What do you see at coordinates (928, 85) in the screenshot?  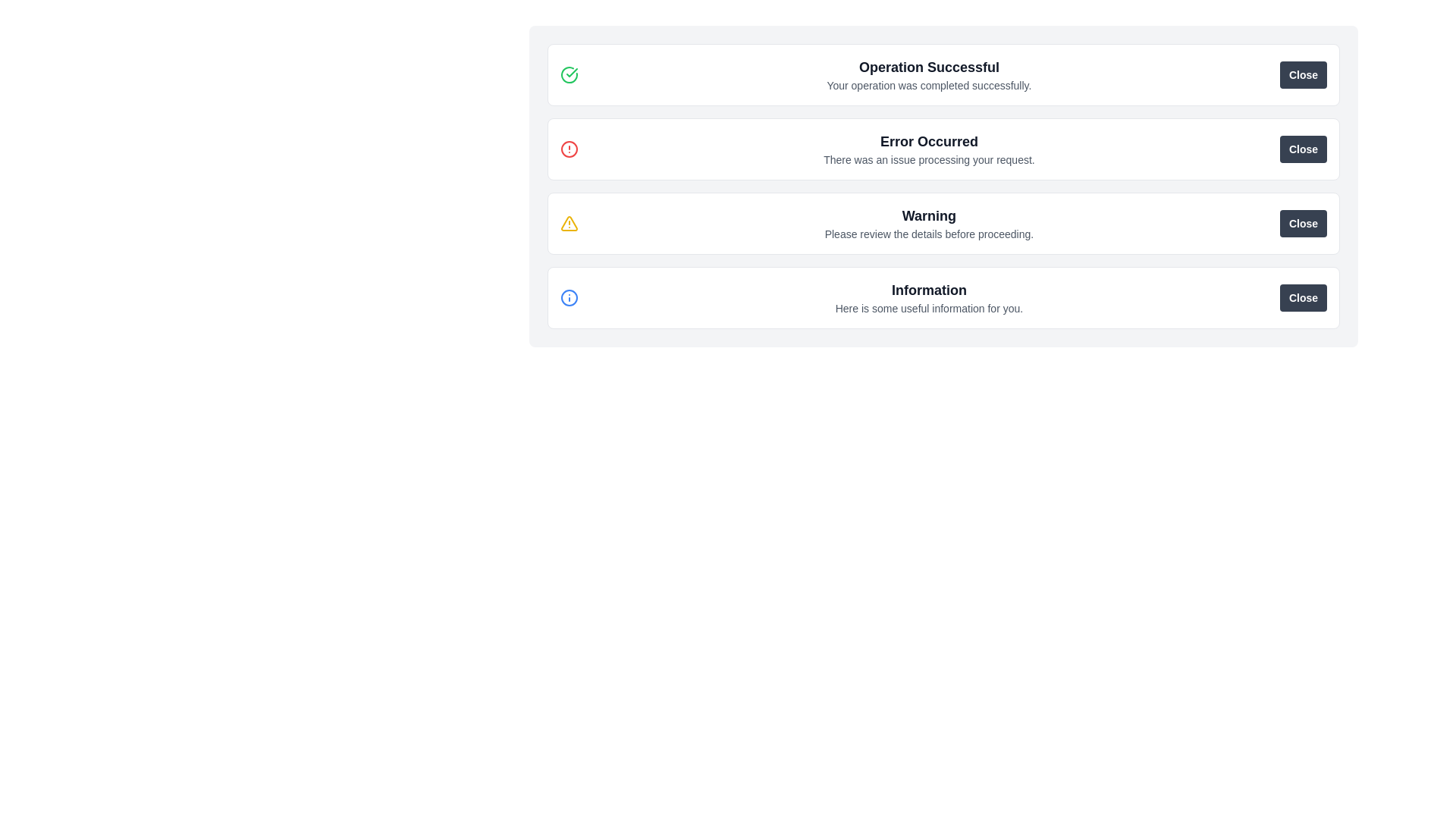 I see `the text label displaying 'Your operation was completed successfully.' located below the title 'Operation Successful.'` at bounding box center [928, 85].